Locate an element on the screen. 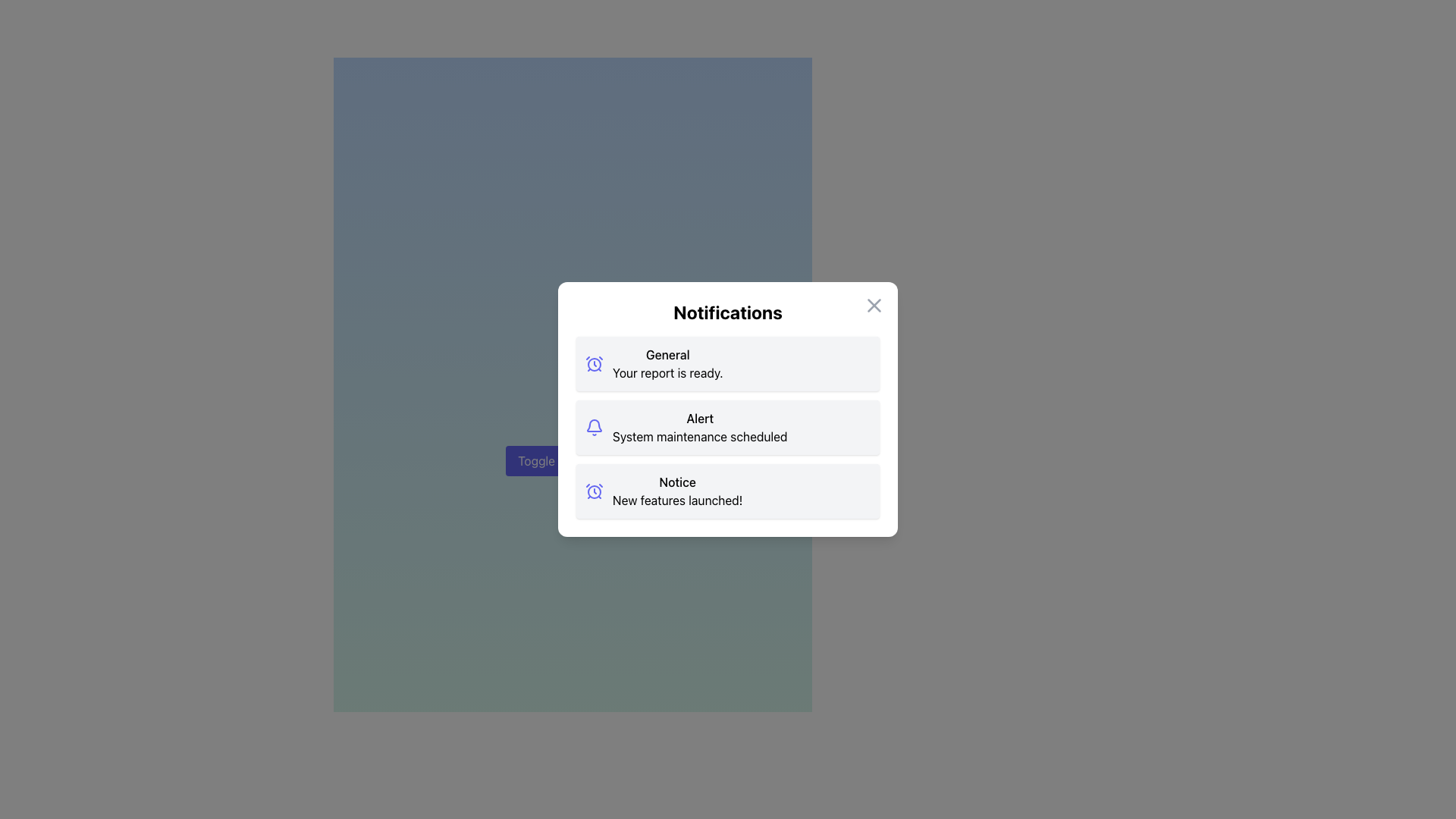 The width and height of the screenshot is (1456, 819). the close button icon located at the top-right corner of the notifications dialog box is located at coordinates (874, 305).